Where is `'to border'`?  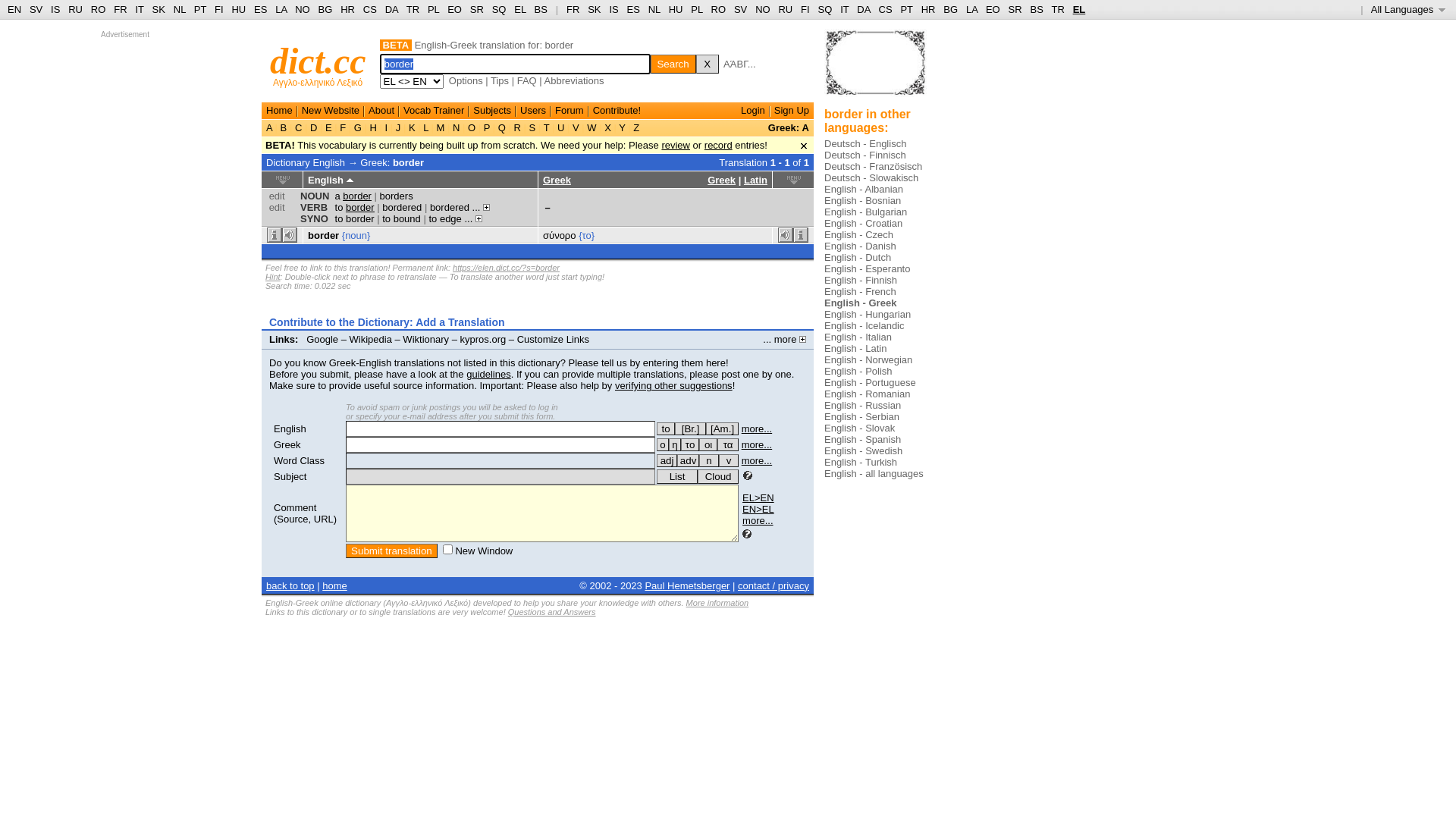
'to border' is located at coordinates (353, 207).